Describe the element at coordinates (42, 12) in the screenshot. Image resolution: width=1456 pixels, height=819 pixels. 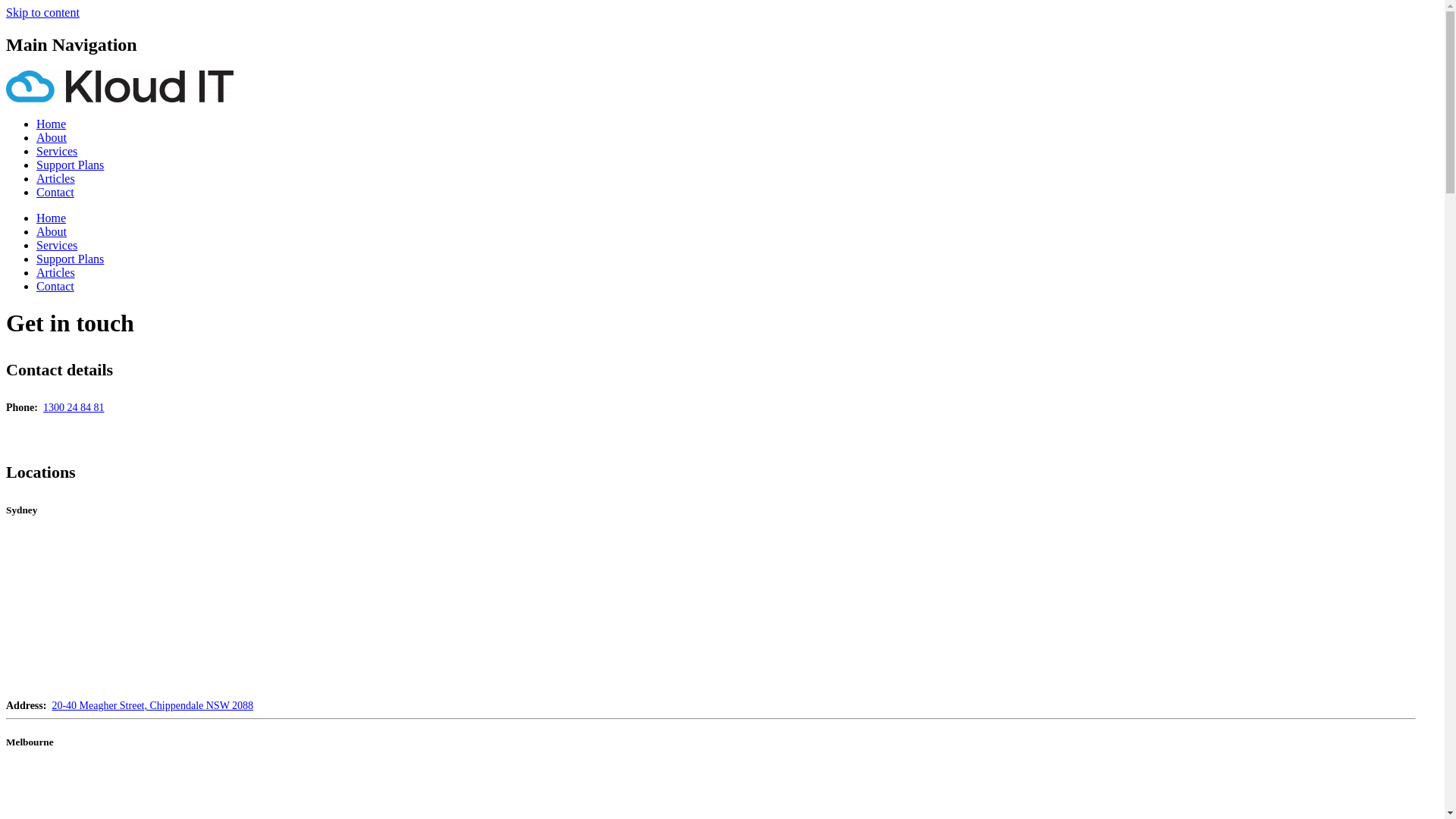
I see `'Skip to content'` at that location.